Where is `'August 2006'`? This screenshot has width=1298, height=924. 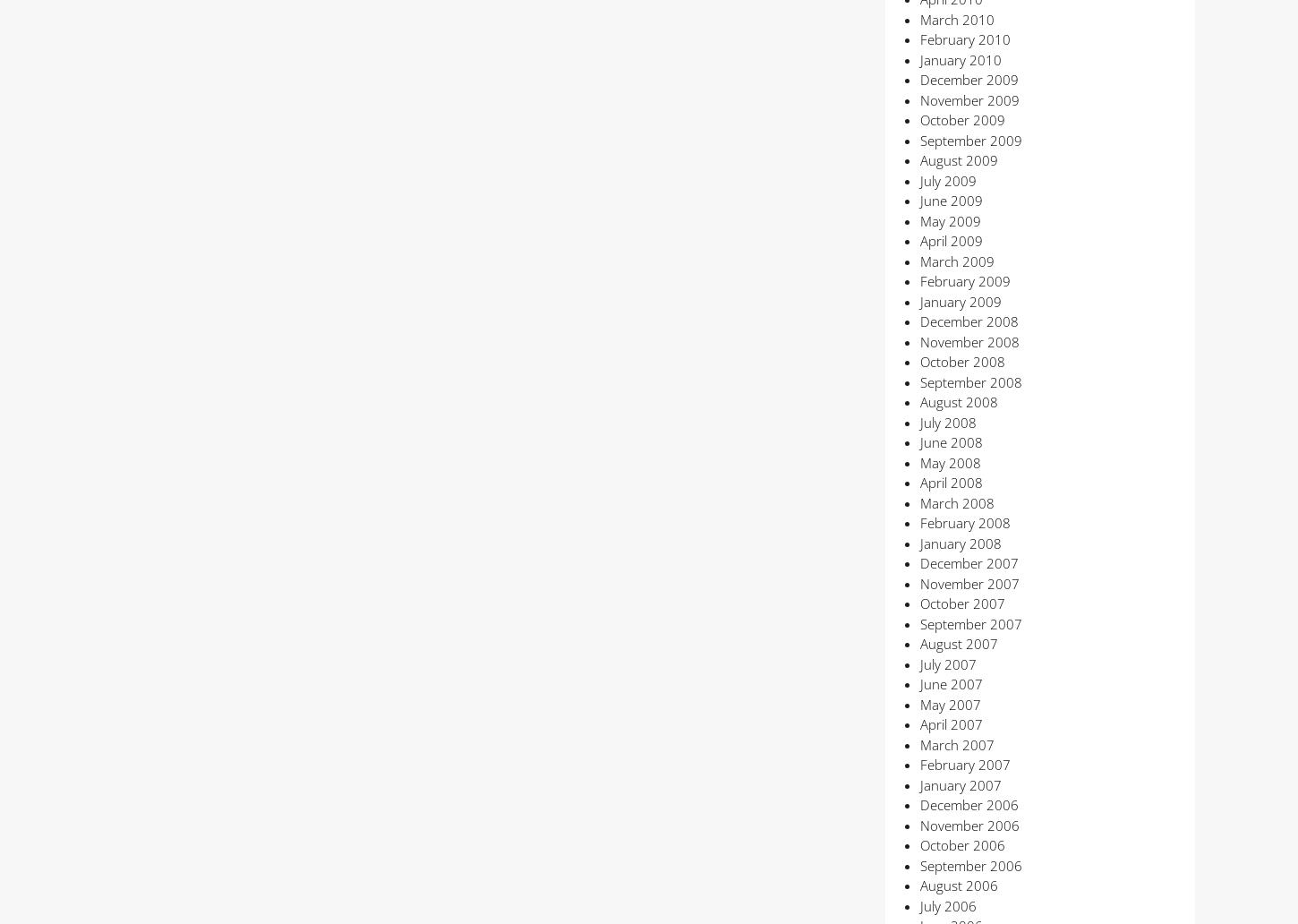 'August 2006' is located at coordinates (958, 884).